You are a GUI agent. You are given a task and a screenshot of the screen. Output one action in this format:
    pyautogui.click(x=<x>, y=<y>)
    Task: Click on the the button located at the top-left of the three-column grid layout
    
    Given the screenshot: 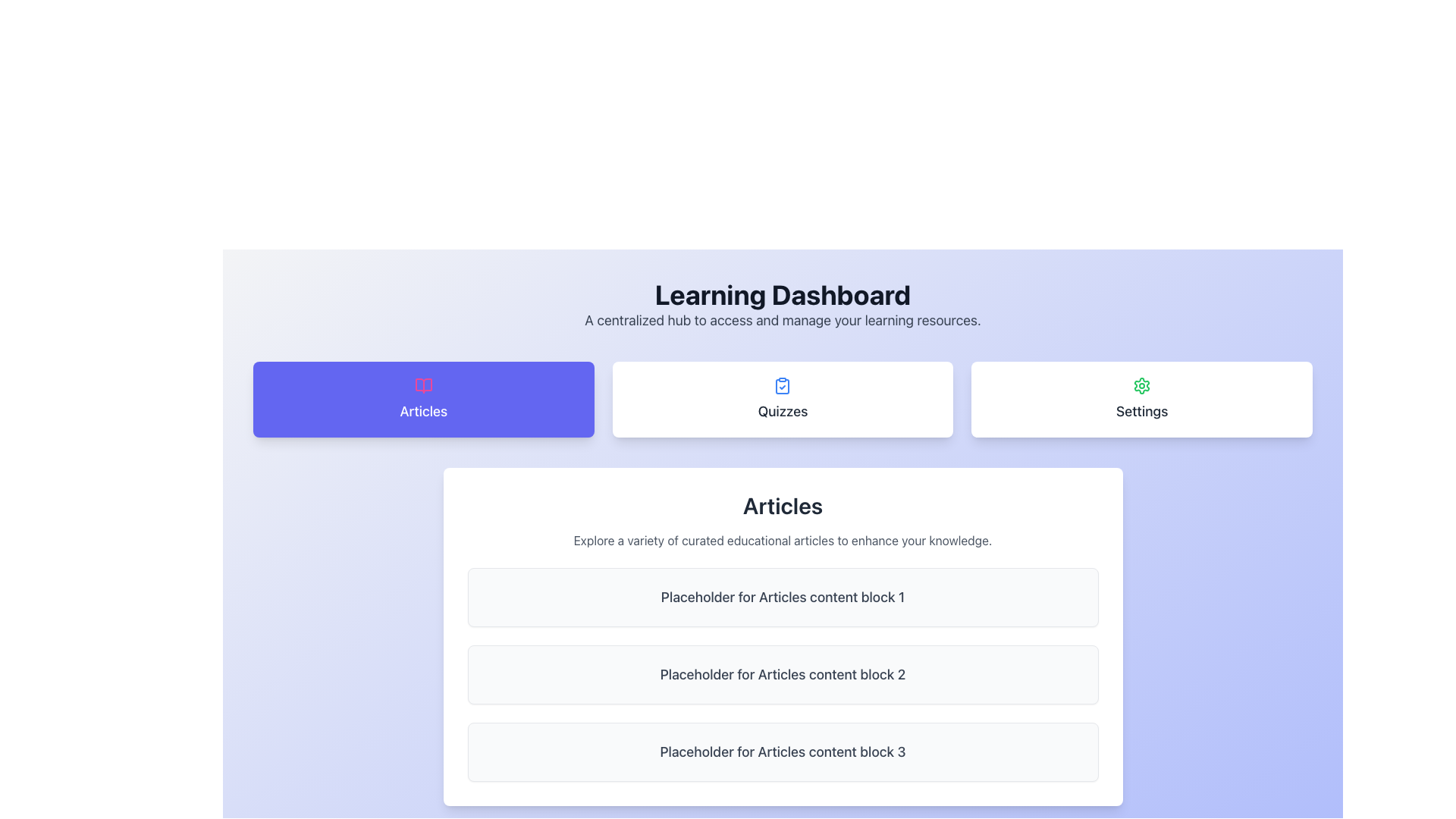 What is the action you would take?
    pyautogui.click(x=423, y=399)
    